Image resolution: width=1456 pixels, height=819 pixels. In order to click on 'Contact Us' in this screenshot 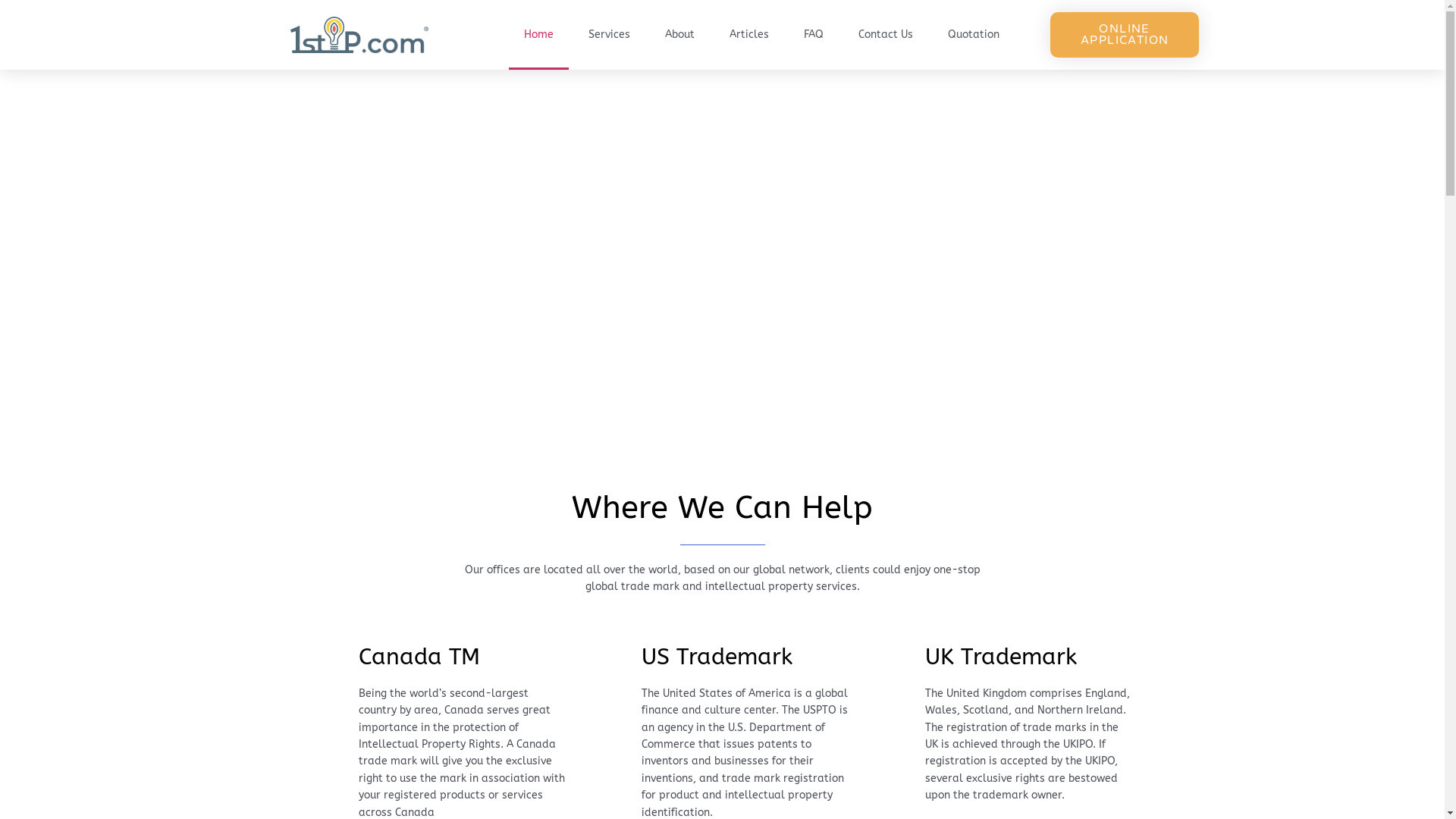, I will do `click(843, 34)`.